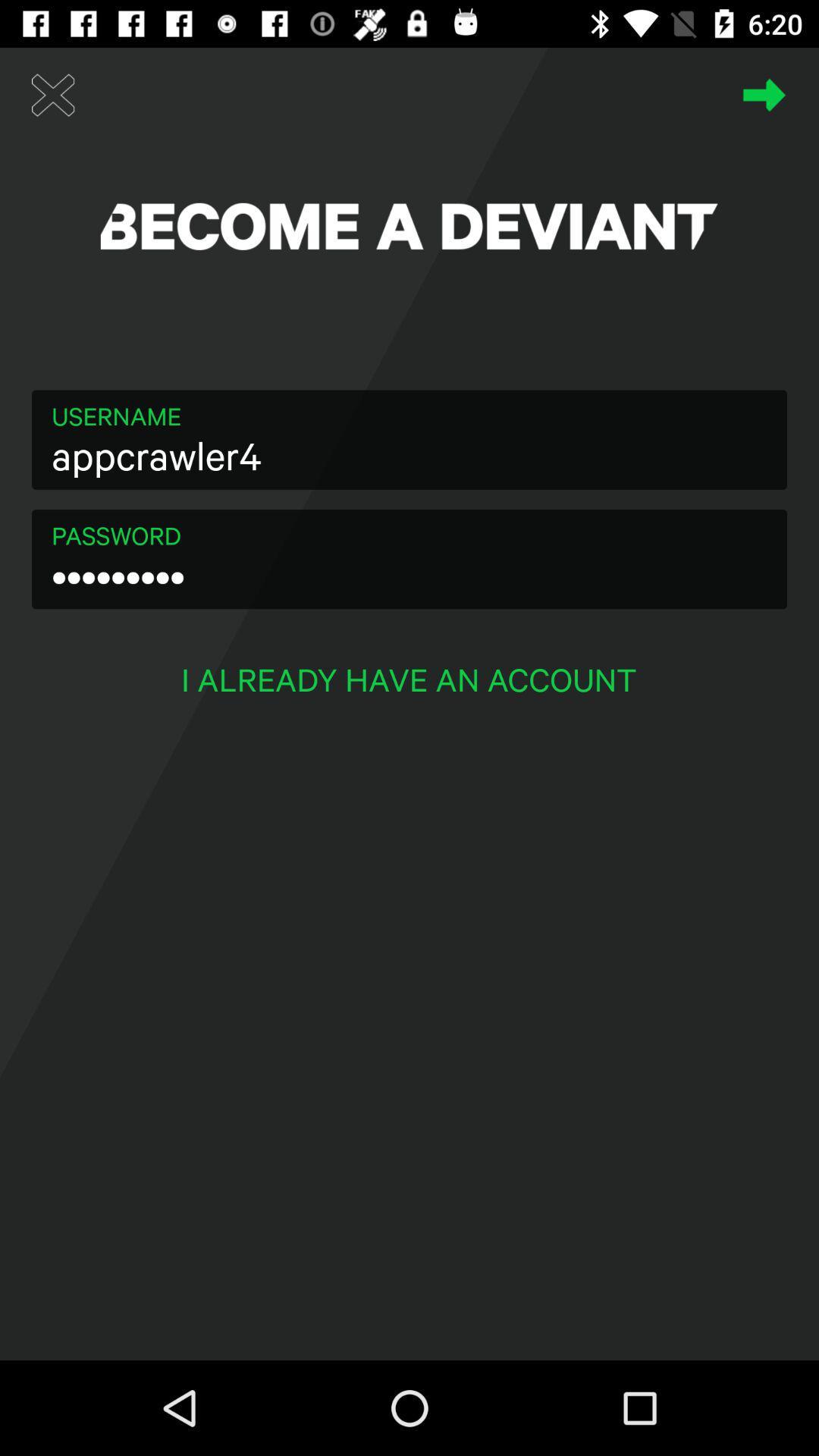 This screenshot has height=1456, width=819. I want to click on the close icon, so click(52, 94).